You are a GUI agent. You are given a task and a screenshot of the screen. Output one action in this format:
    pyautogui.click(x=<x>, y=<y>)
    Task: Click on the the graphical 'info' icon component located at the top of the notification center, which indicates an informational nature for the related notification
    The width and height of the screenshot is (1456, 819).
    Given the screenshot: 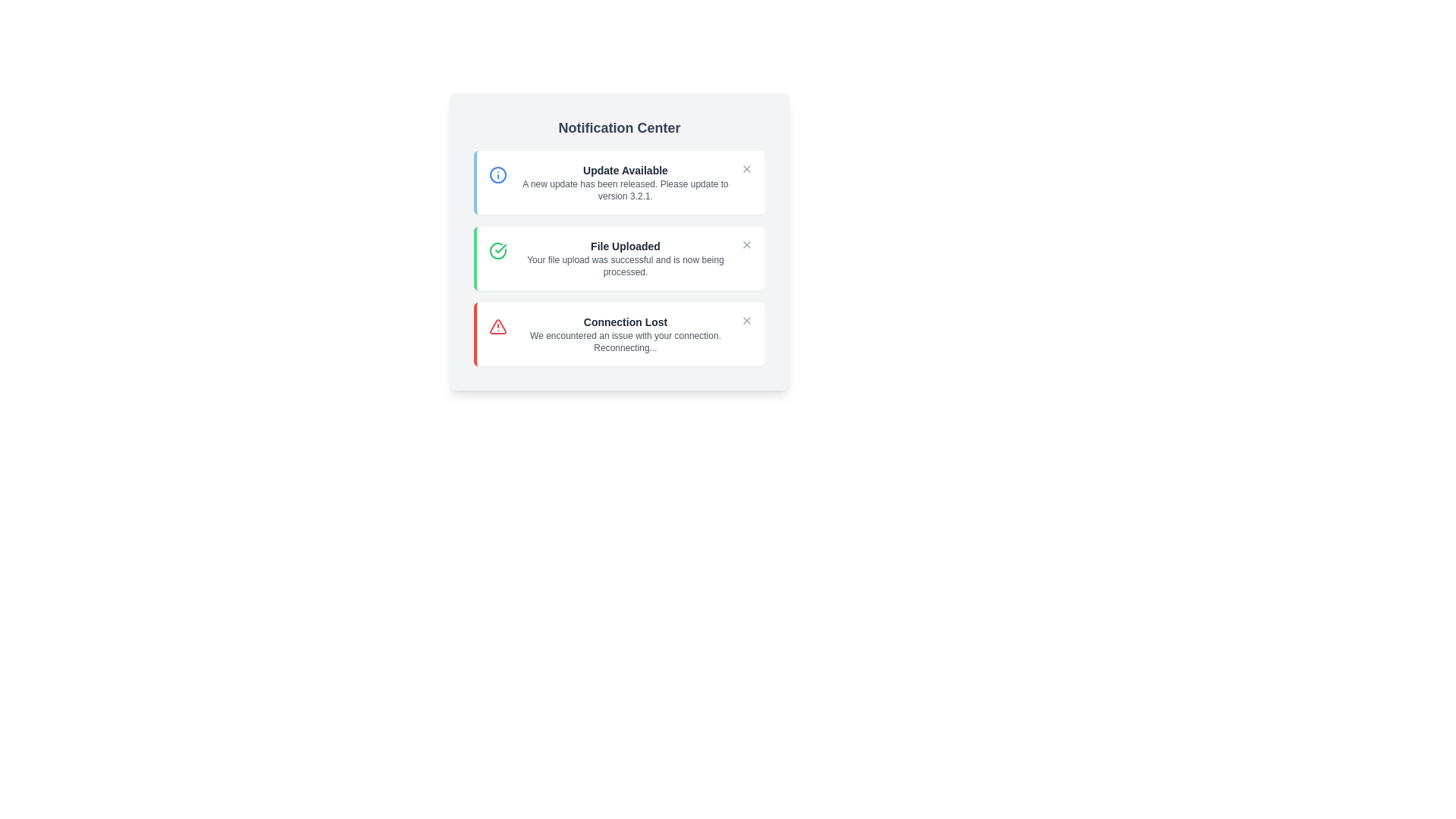 What is the action you would take?
    pyautogui.click(x=498, y=174)
    